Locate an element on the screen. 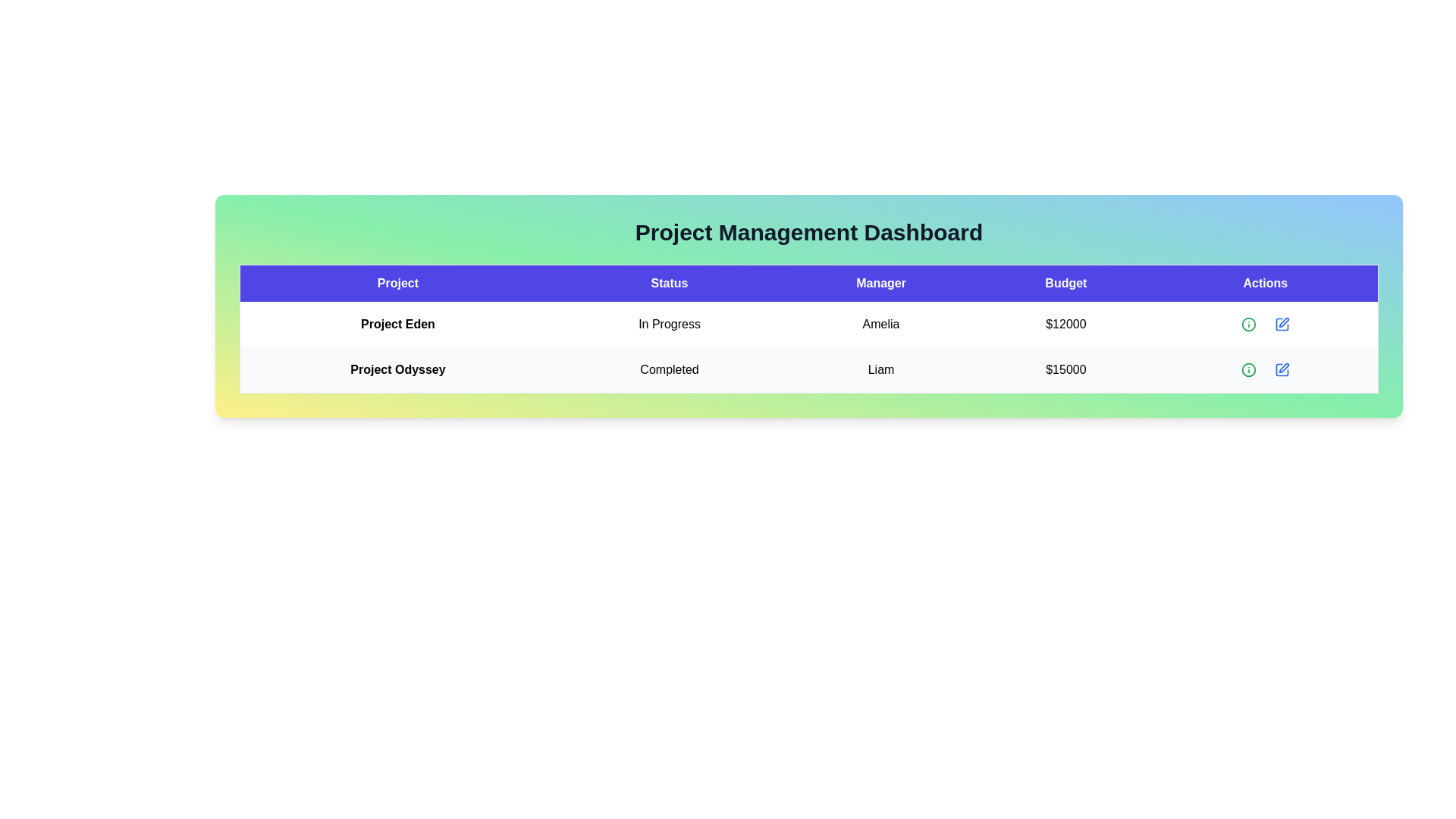 The height and width of the screenshot is (819, 1456). the appearance of the Circular SVG element that serves as an indicator for the second row under the 'Actions' column in the table is located at coordinates (1248, 370).